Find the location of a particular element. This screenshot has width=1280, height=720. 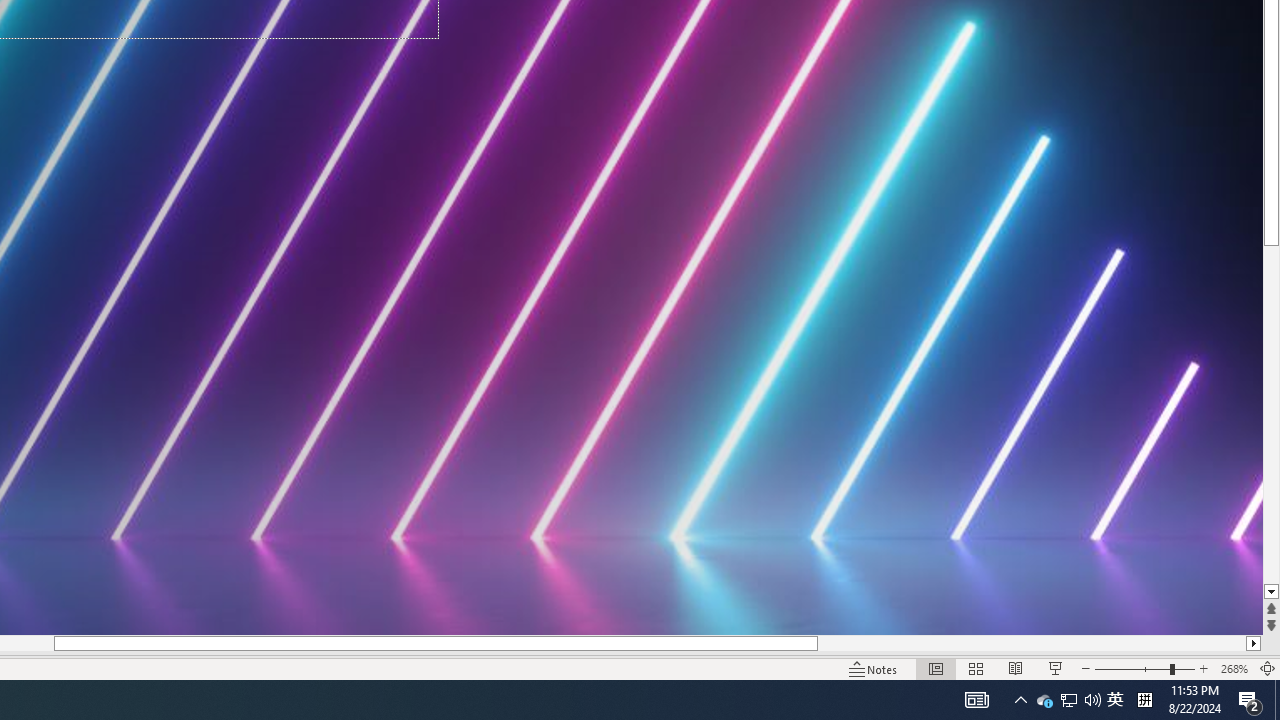

'Zoom Out' is located at coordinates (1132, 669).